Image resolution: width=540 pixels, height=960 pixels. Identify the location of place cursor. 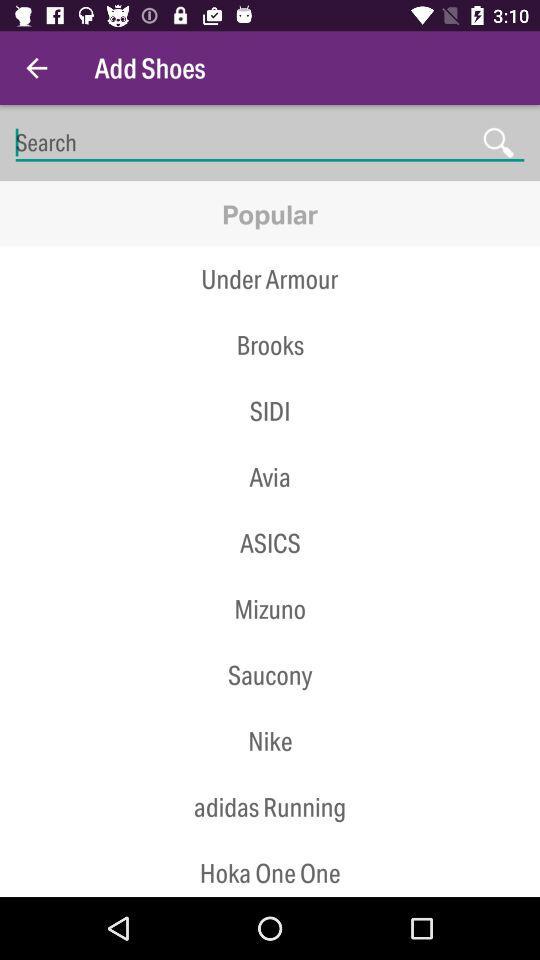
(270, 142).